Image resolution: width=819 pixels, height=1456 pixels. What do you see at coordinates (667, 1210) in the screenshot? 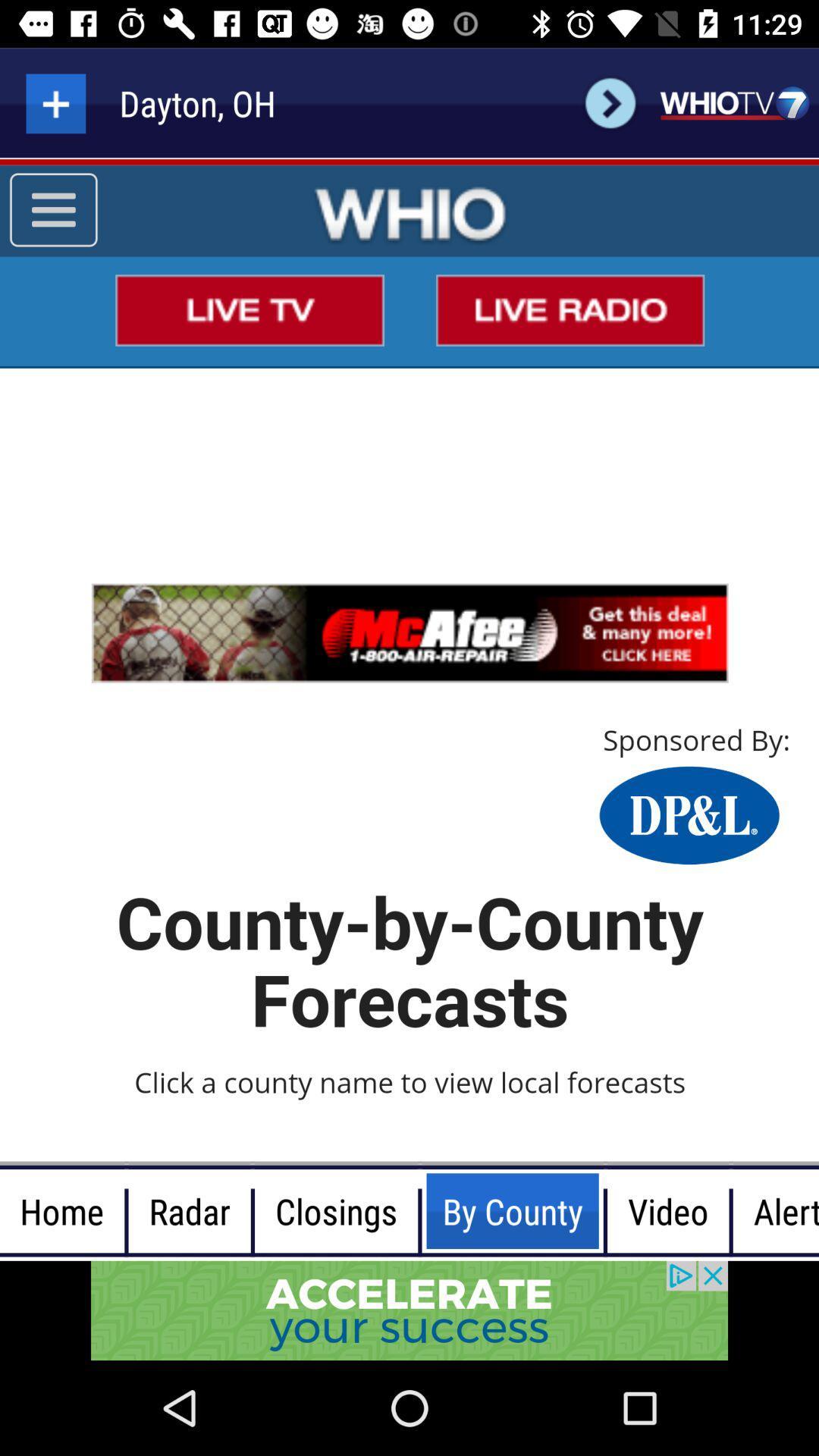
I see `the button on right of by county` at bounding box center [667, 1210].